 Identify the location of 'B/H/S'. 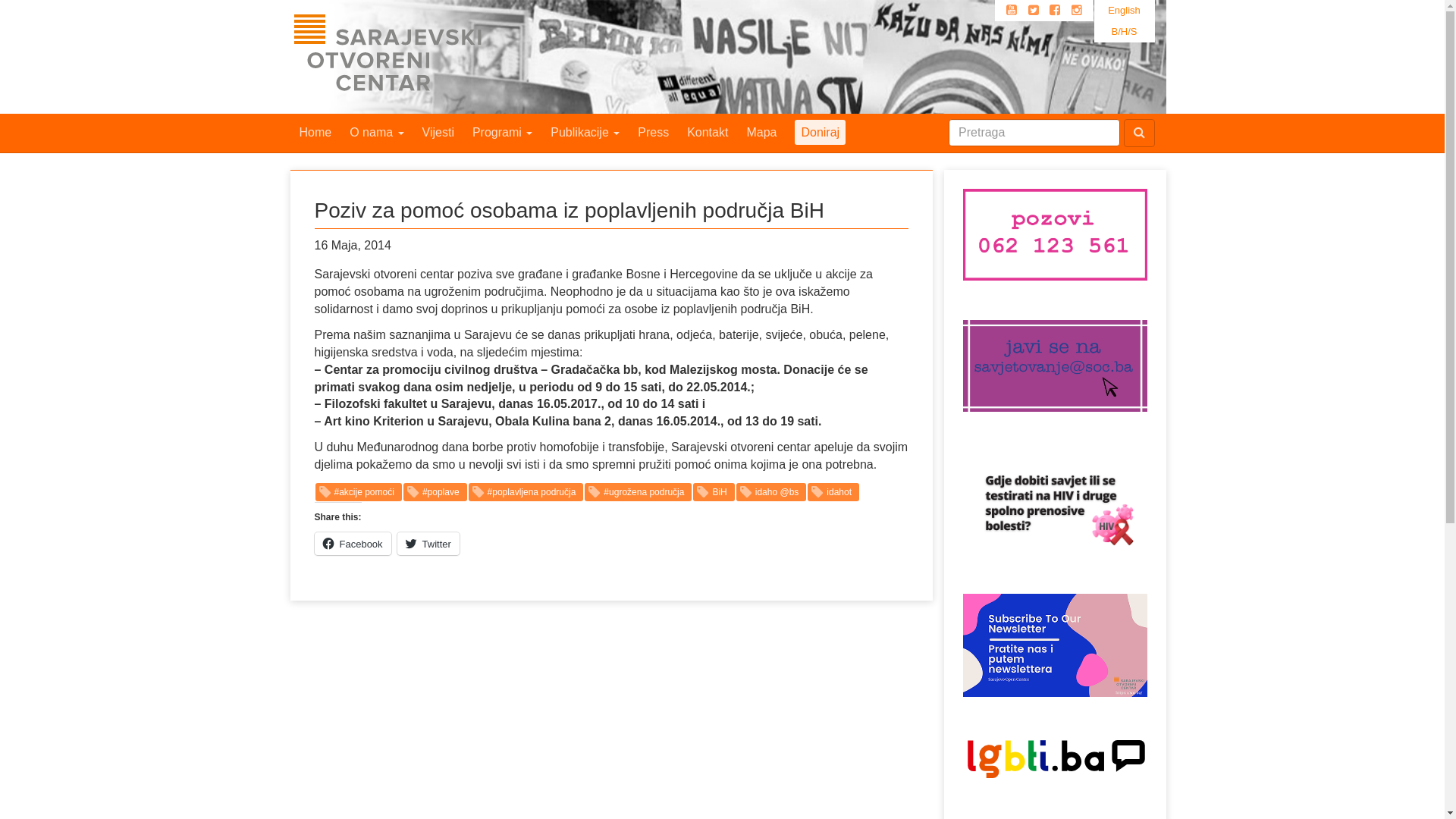
(1124, 32).